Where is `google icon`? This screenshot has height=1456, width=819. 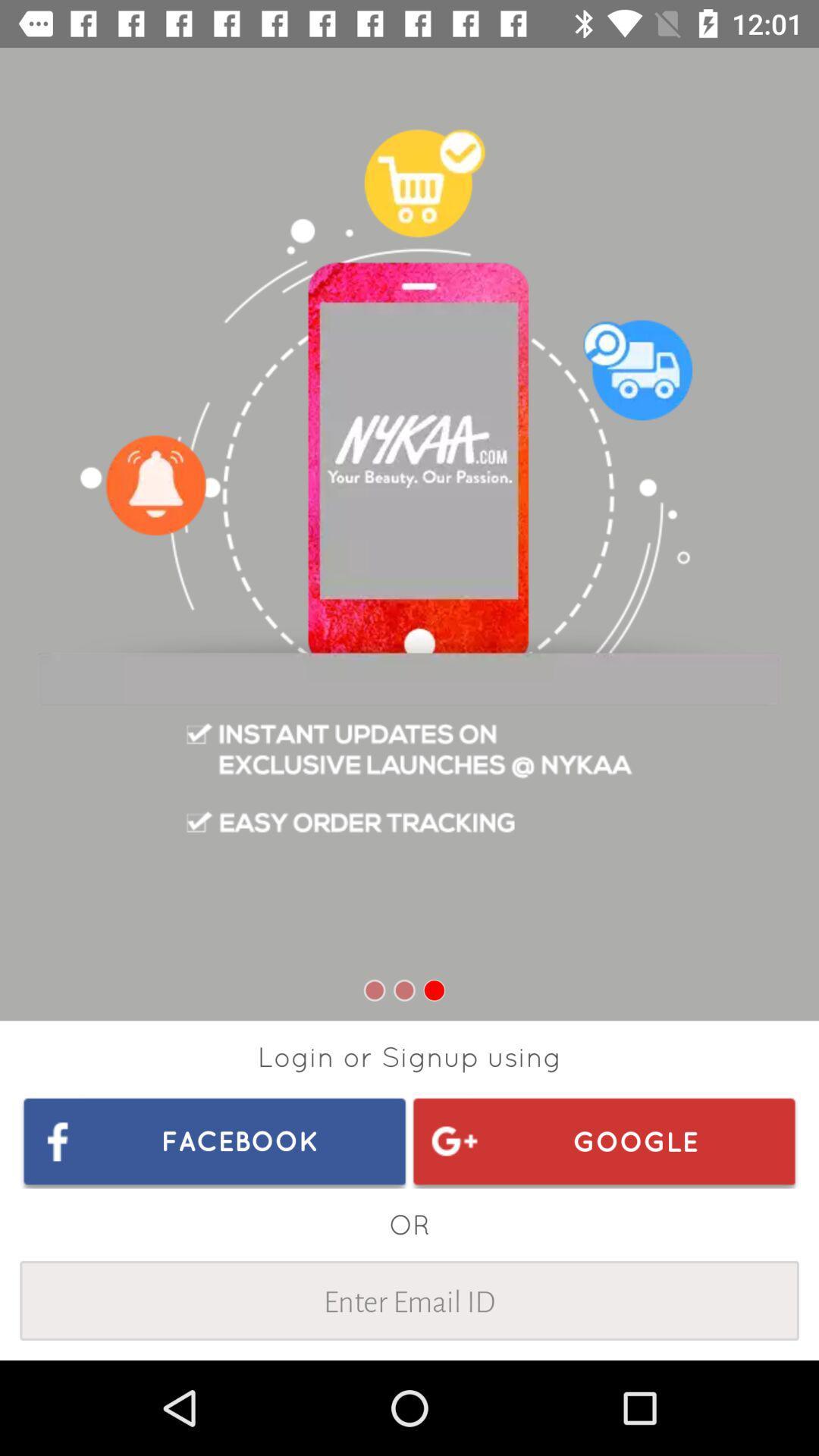 google icon is located at coordinates (603, 1141).